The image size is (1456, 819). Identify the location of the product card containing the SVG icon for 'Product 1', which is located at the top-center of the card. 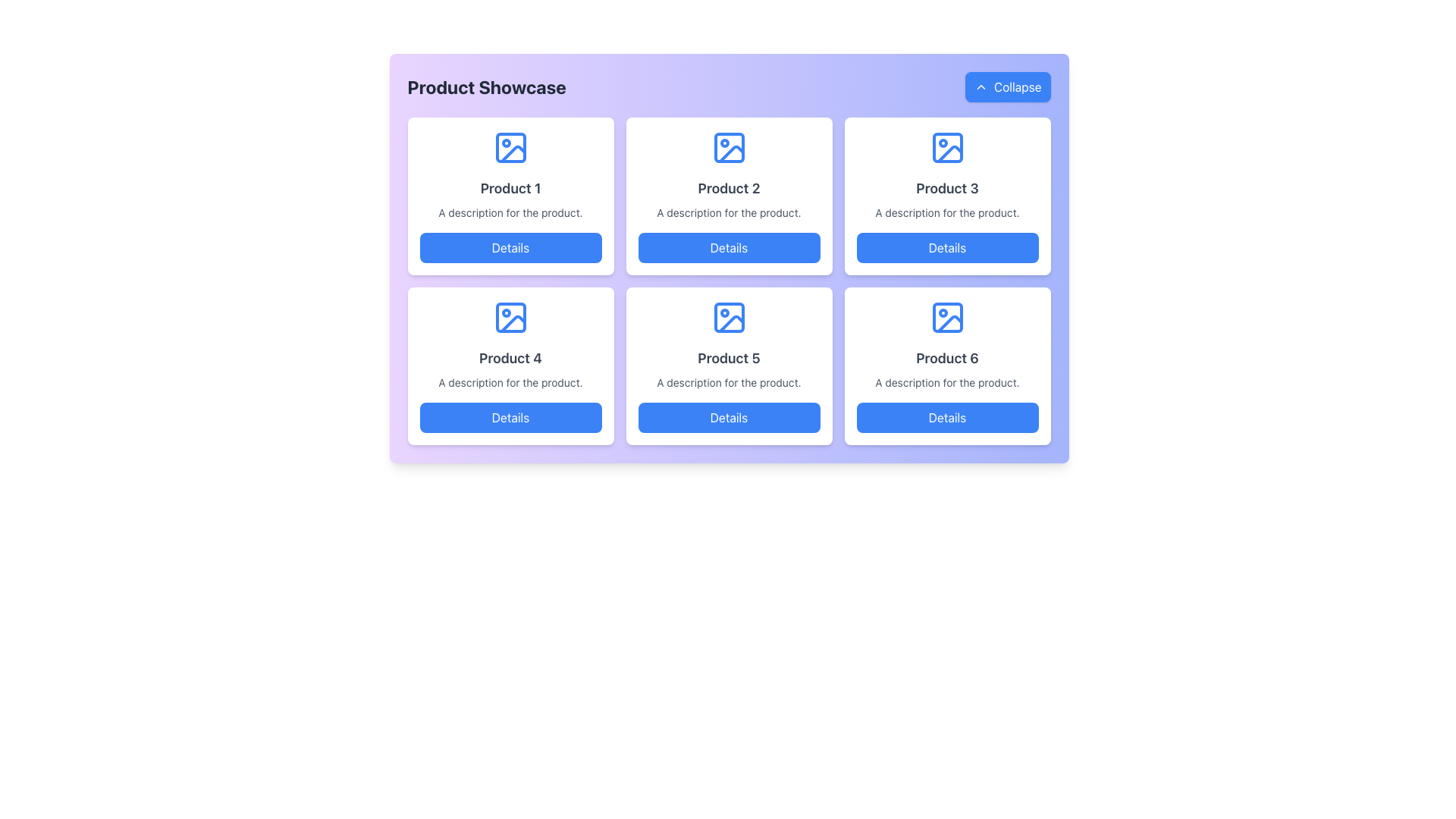
(510, 148).